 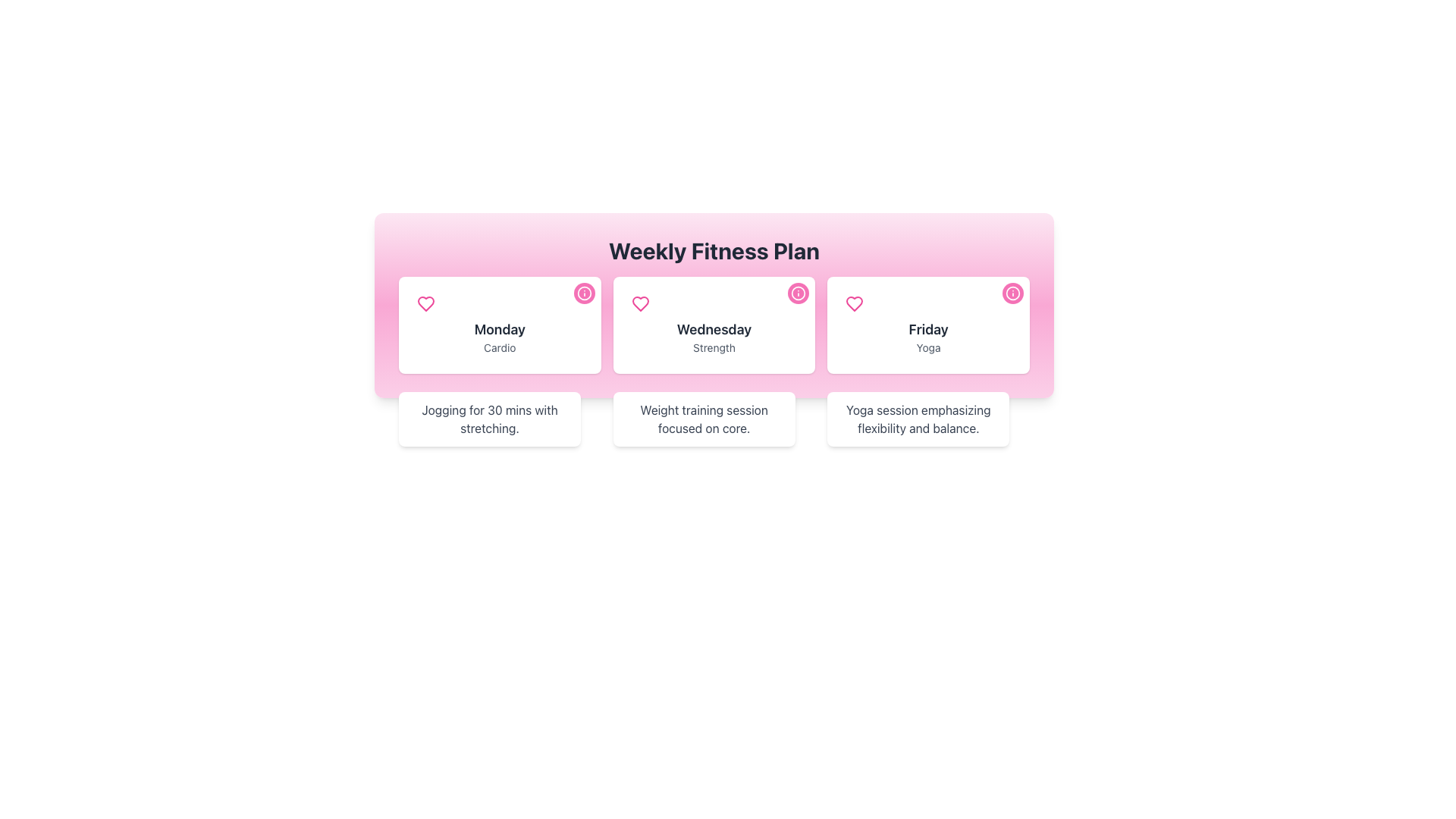 I want to click on the information button located at the top-right corner of the 'Wednesday' card, so click(x=798, y=293).